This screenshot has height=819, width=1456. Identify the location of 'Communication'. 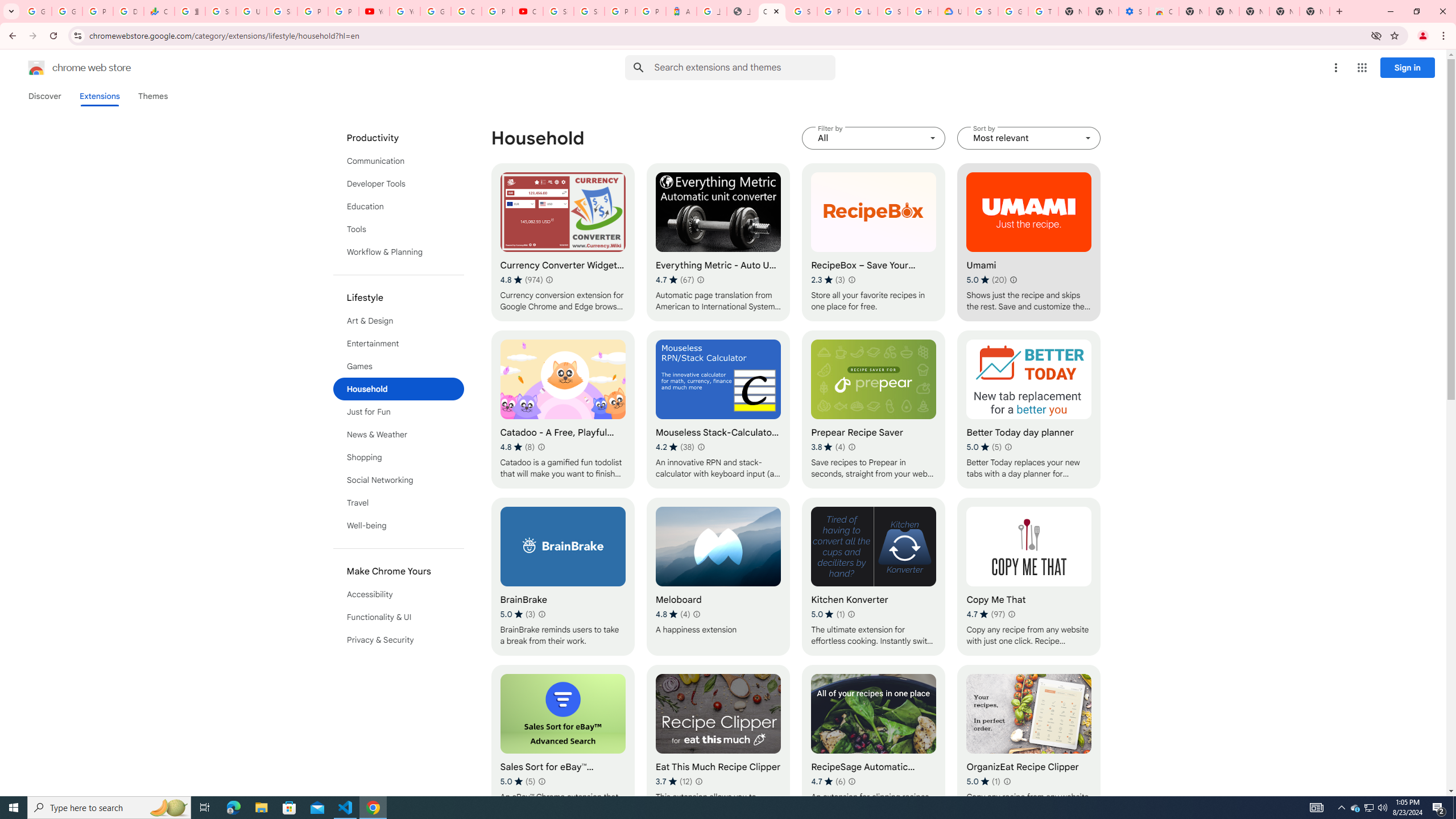
(399, 160).